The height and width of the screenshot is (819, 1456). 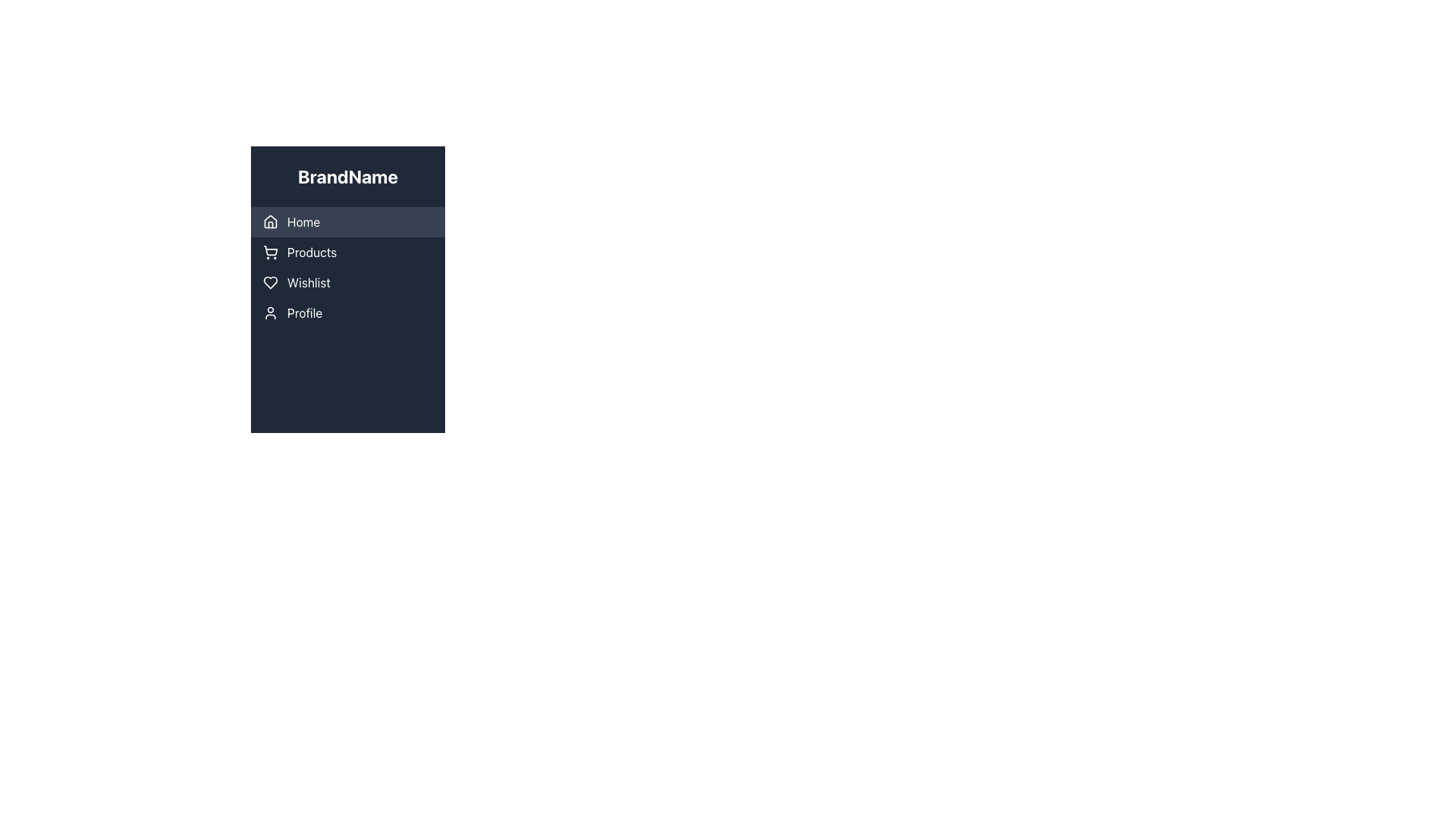 I want to click on the first icon in the vertical navigation menu that represents navigation to the 'Home' section, so click(x=270, y=222).